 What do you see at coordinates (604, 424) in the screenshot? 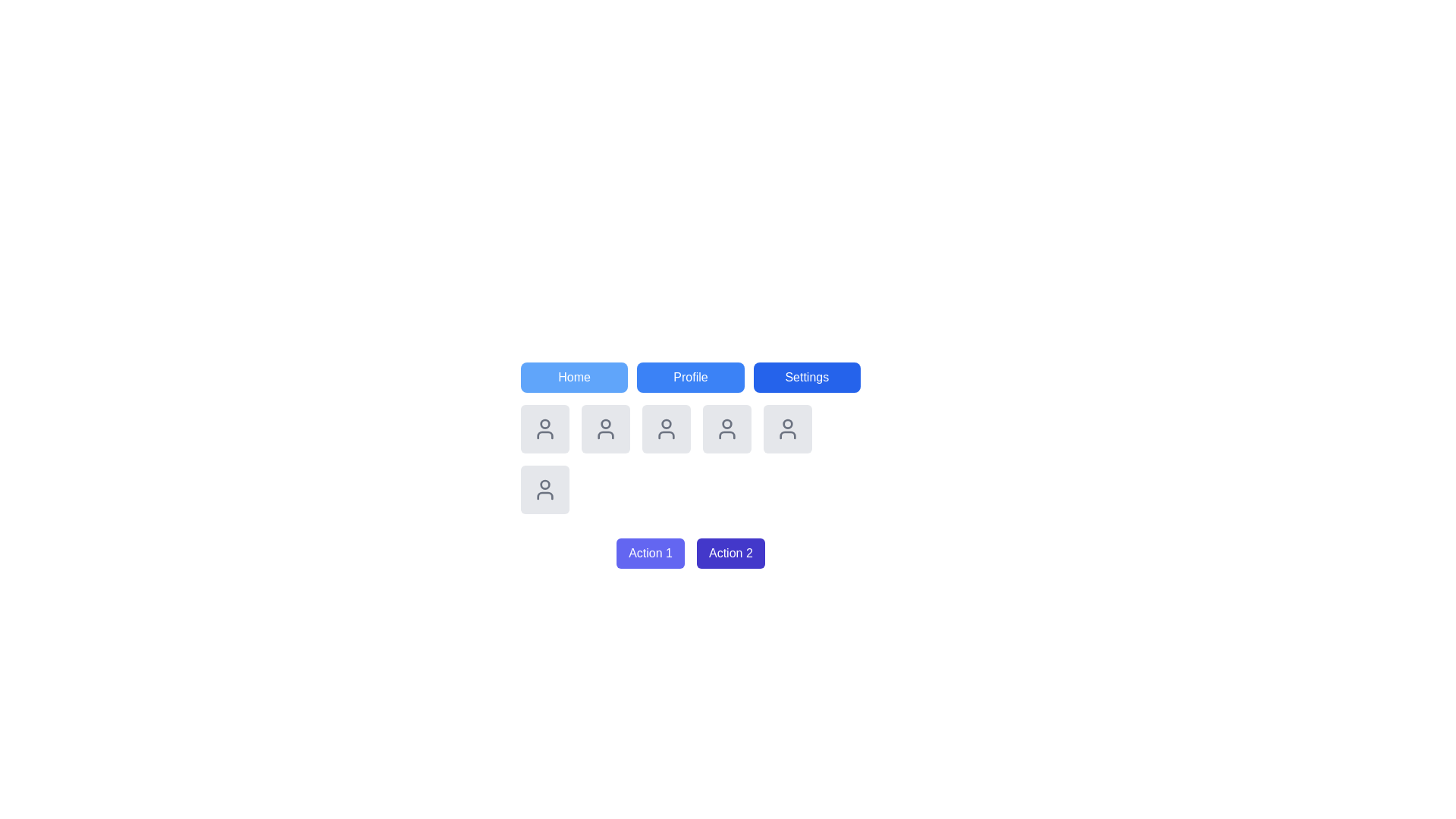
I see `the user profile icon, which is represented by a circle shape within an SVG graphic, located as the third icon in a horizontal set under the navigation bar` at bounding box center [604, 424].